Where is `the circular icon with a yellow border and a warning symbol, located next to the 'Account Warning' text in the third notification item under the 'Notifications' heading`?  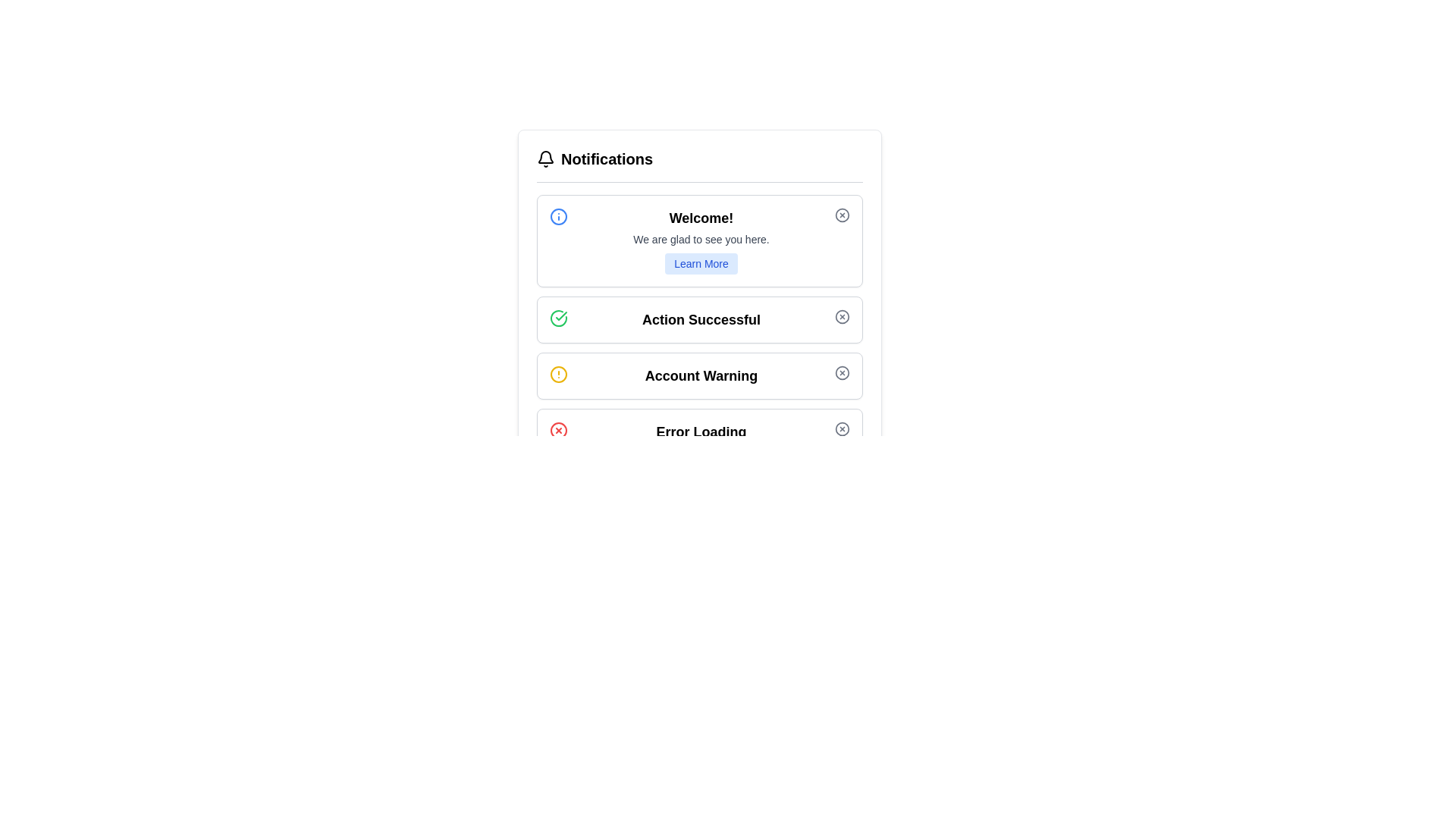
the circular icon with a yellow border and a warning symbol, located next to the 'Account Warning' text in the third notification item under the 'Notifications' heading is located at coordinates (558, 374).